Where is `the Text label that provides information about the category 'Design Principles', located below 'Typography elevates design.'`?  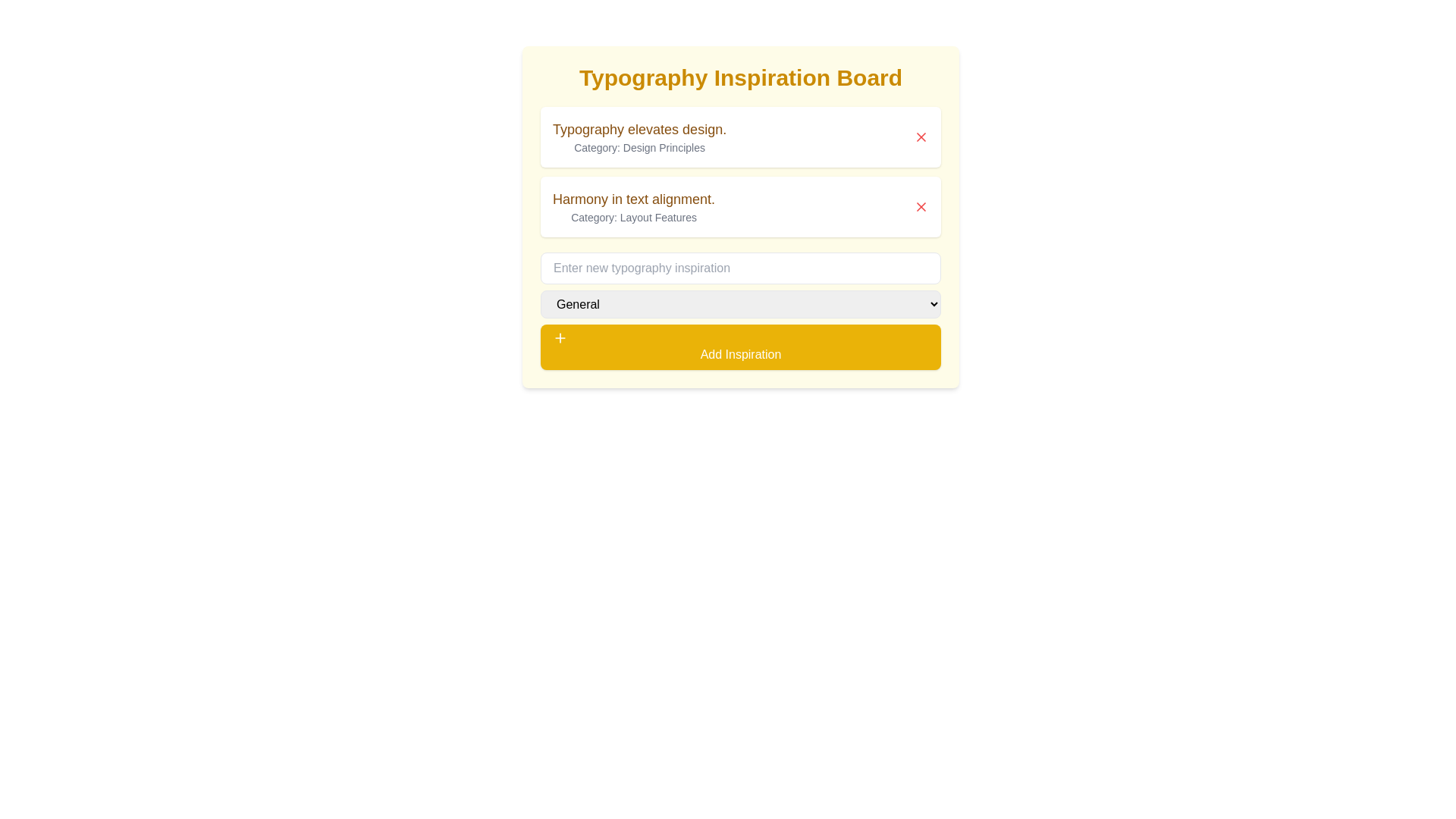
the Text label that provides information about the category 'Design Principles', located below 'Typography elevates design.' is located at coordinates (639, 148).